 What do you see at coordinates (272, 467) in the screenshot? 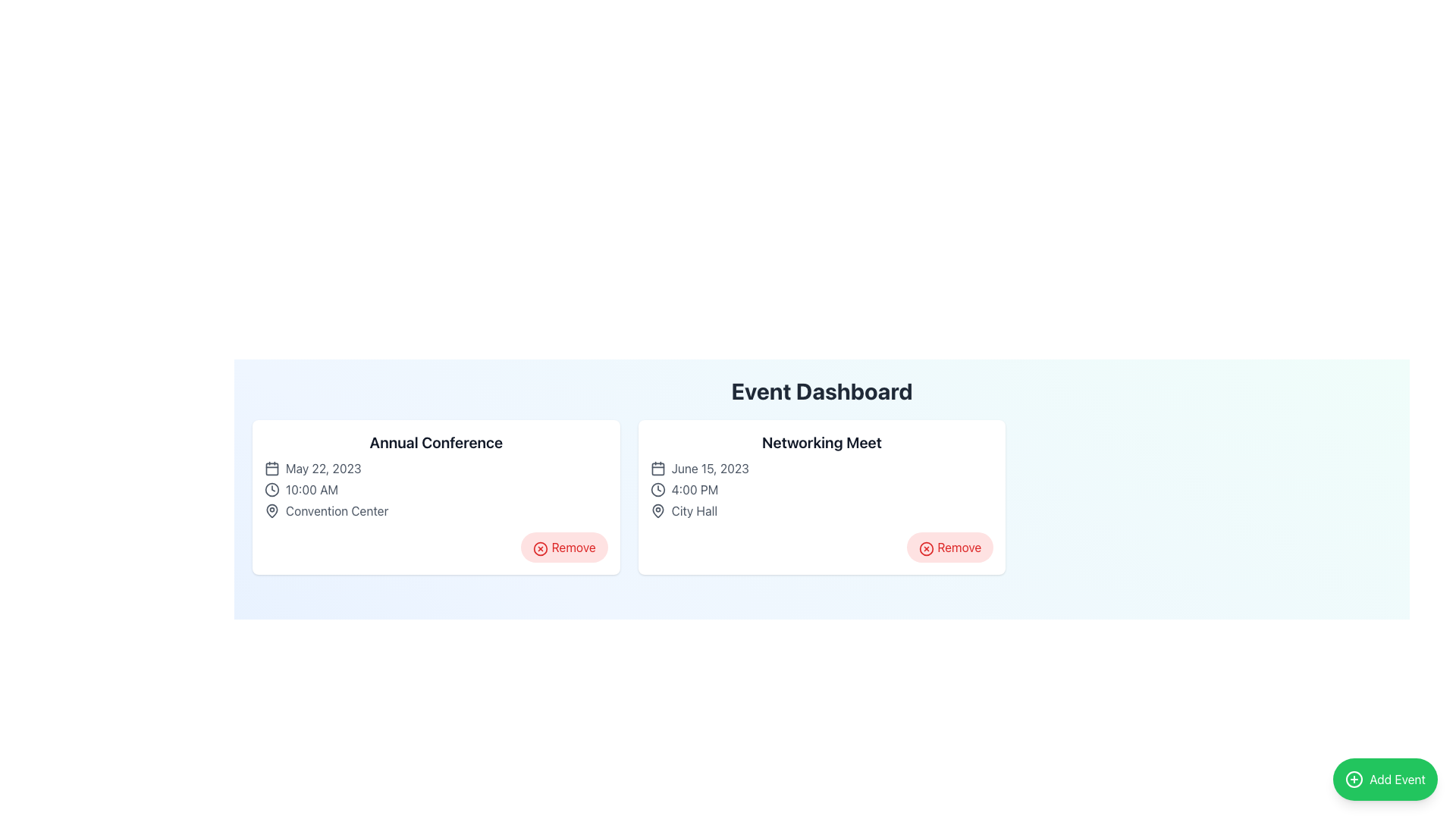
I see `the vector graphic component (rectangle with rounded corners) that visually represents the calendar icon, located to the left of the date information in the 'Annual Conference' card` at bounding box center [272, 467].